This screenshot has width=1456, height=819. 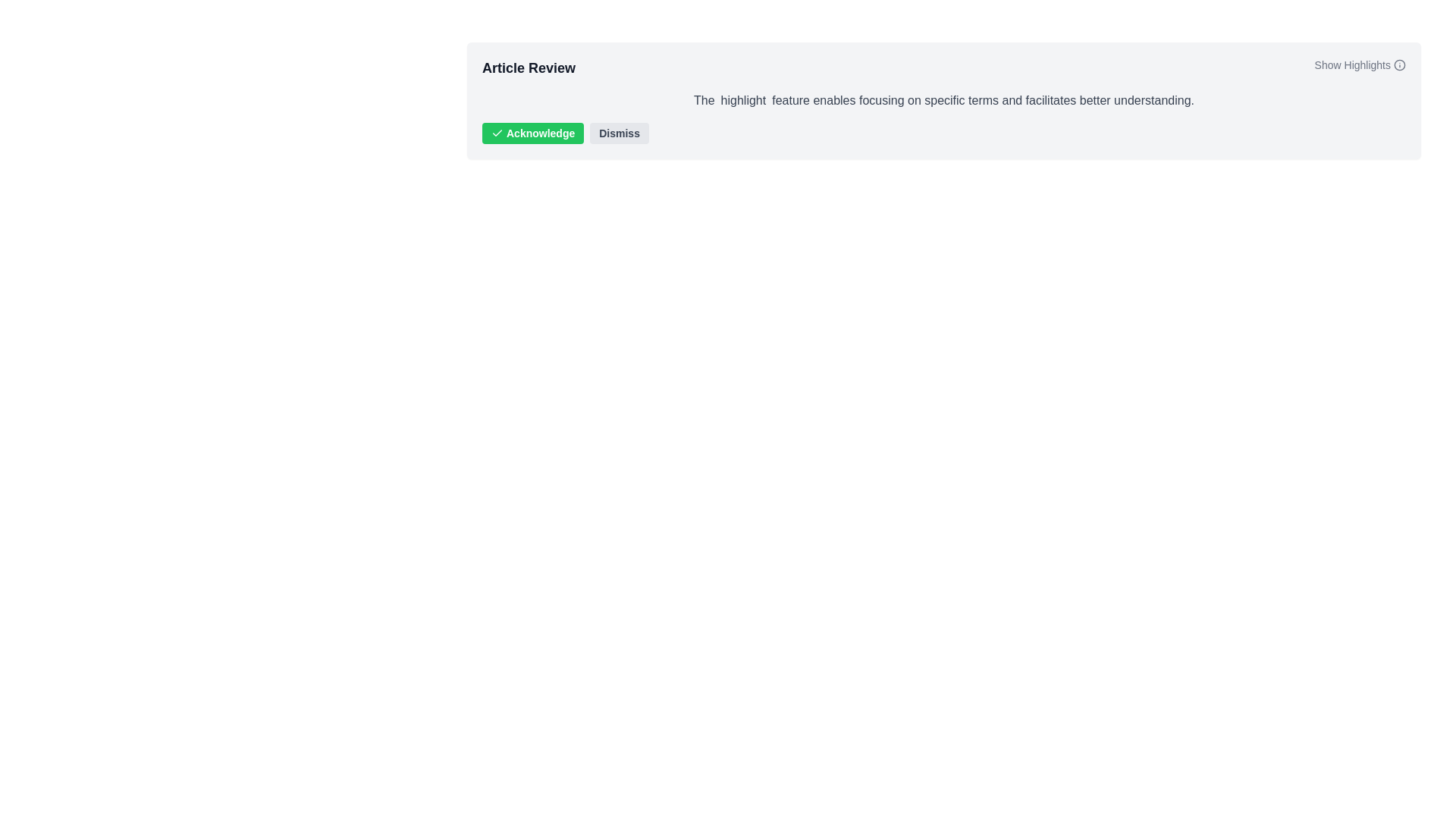 What do you see at coordinates (497, 133) in the screenshot?
I see `the checkmark SVG icon located inside the 'Acknowledge' button, adjacent to the button's text label` at bounding box center [497, 133].